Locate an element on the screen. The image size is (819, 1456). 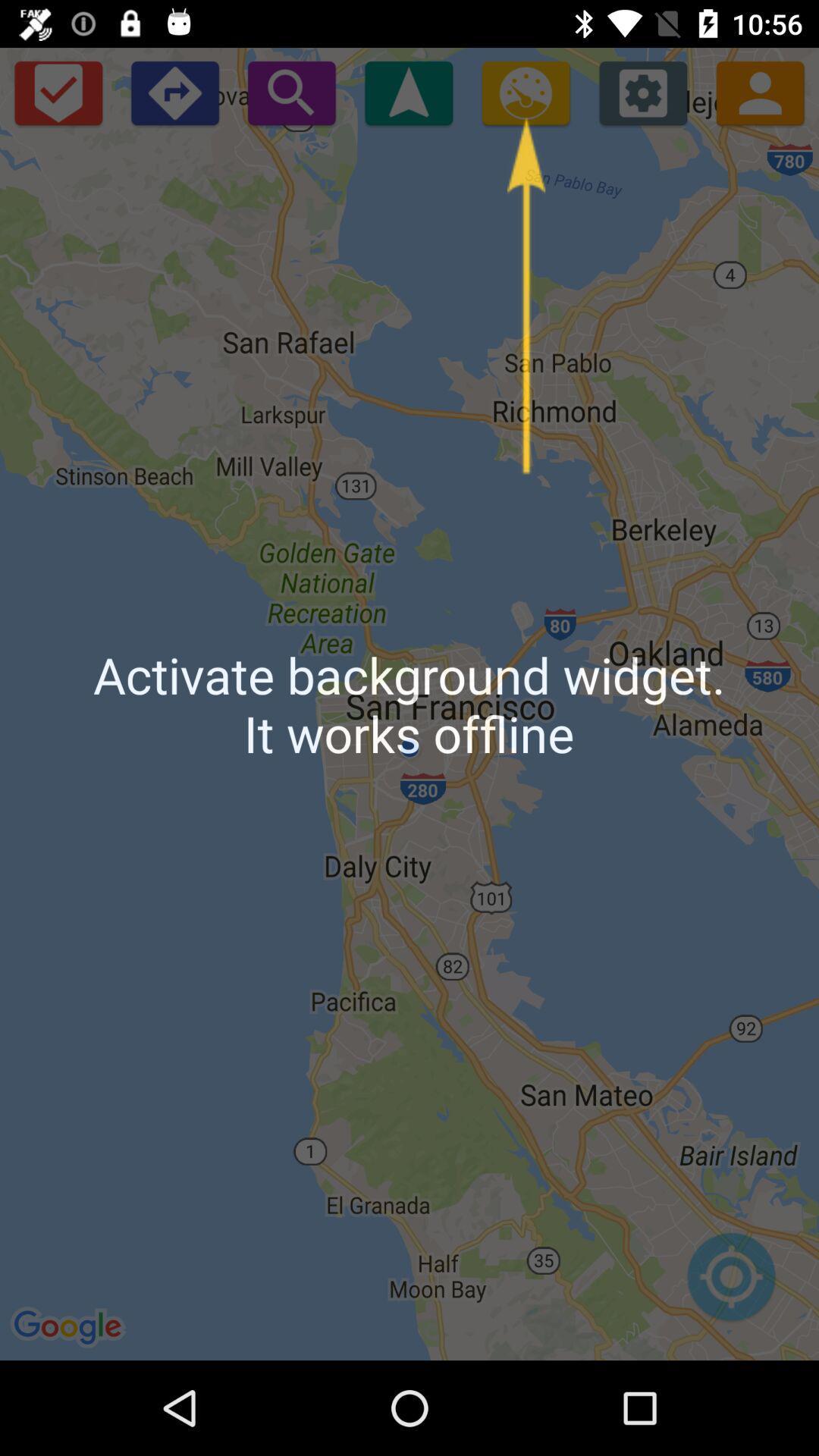
background widget is located at coordinates (408, 92).